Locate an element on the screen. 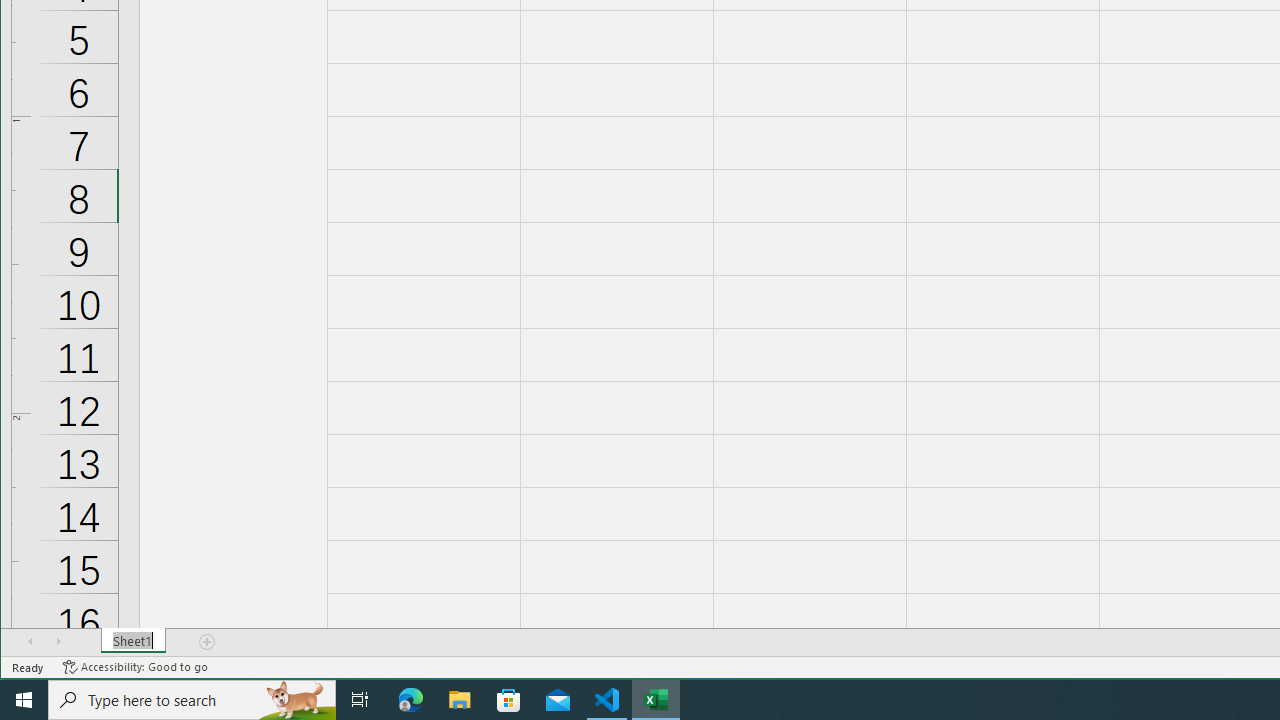 This screenshot has height=720, width=1280. 'Task View' is located at coordinates (359, 698).